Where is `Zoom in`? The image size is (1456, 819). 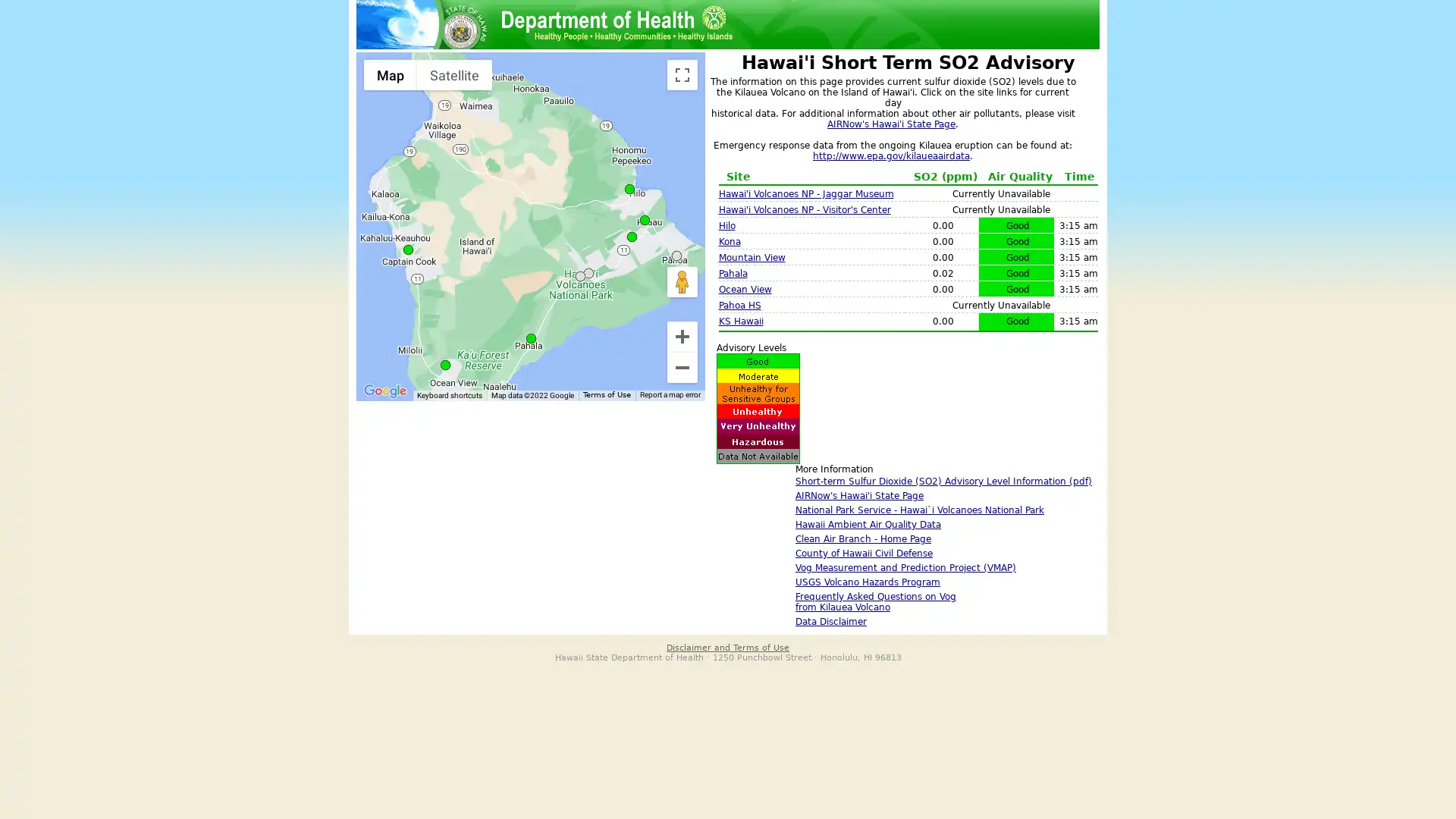
Zoom in is located at coordinates (682, 335).